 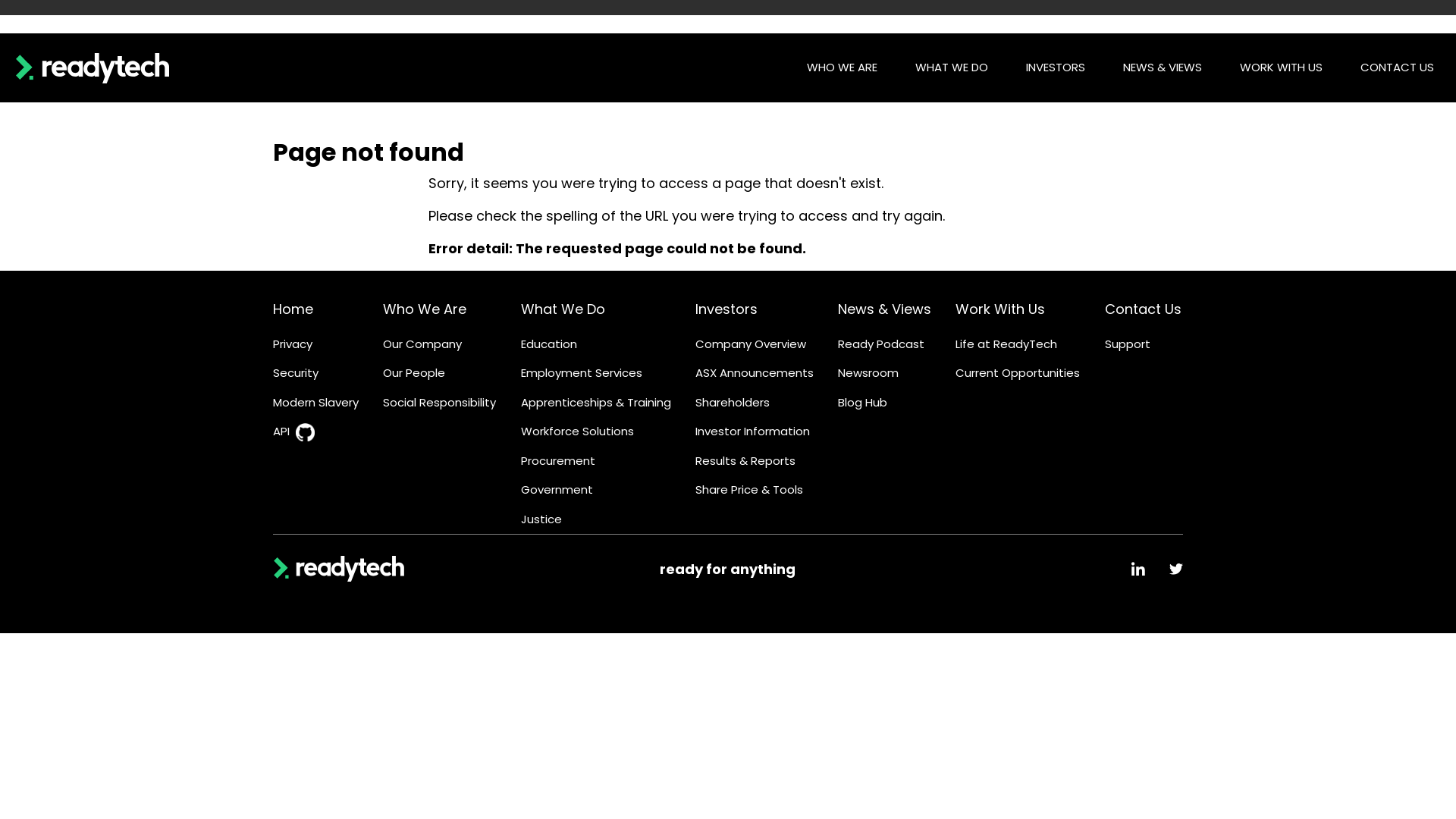 I want to click on 'Workforce Solutions', so click(x=520, y=431).